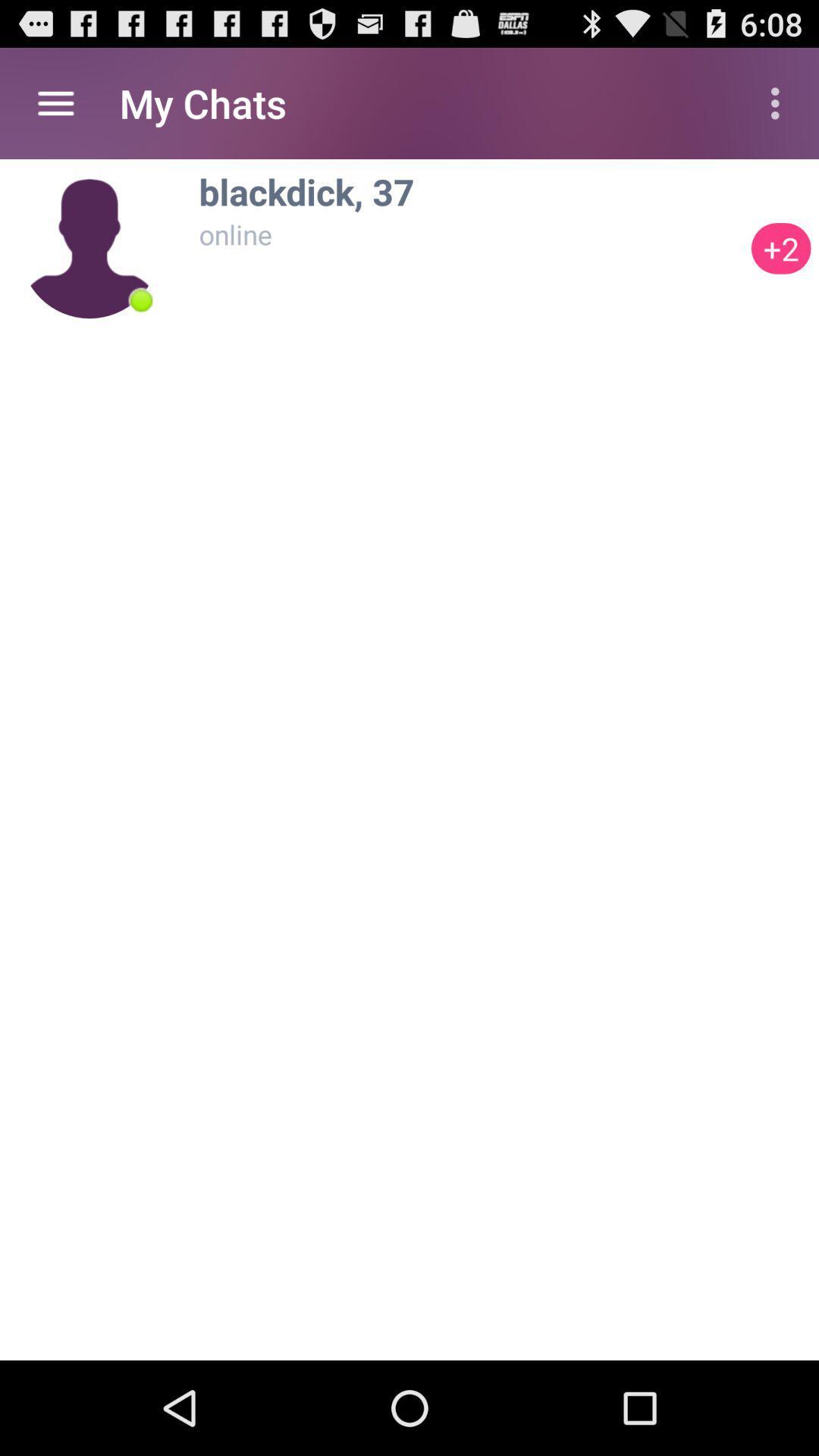  What do you see at coordinates (141, 300) in the screenshot?
I see `item to the left of +2` at bounding box center [141, 300].